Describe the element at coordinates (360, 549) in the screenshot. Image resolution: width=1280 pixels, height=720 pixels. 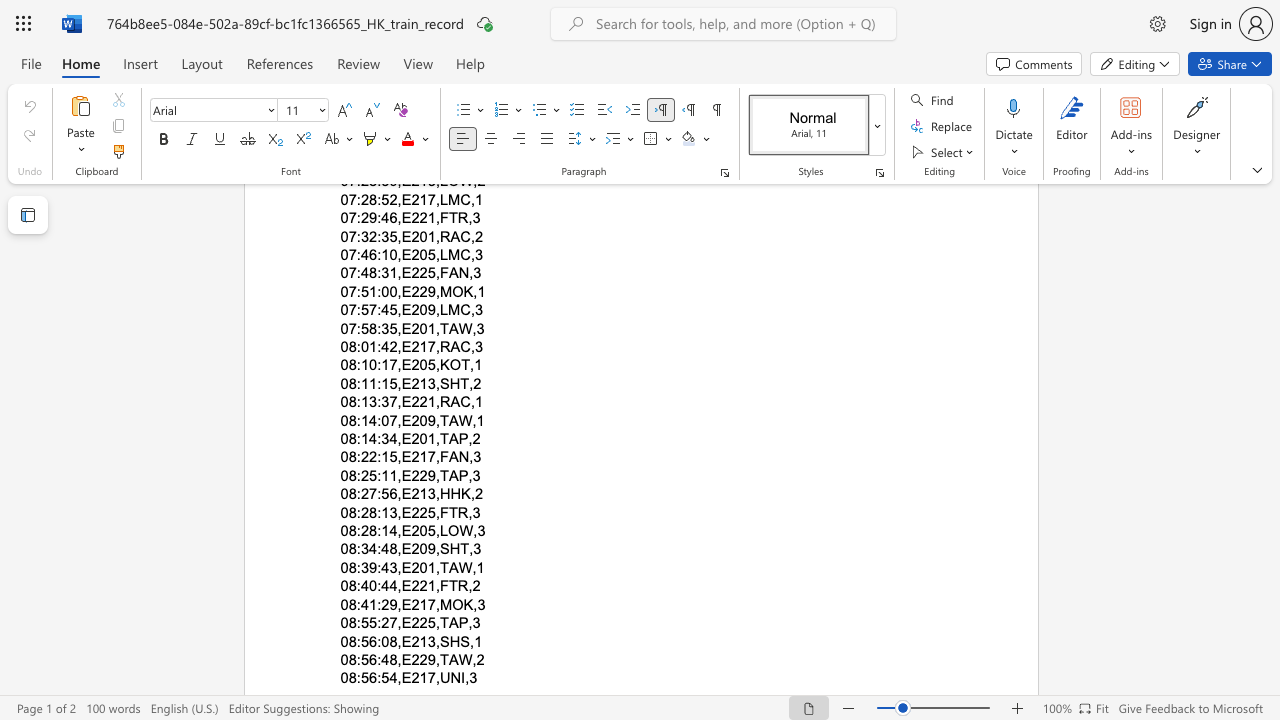
I see `the subset text "34:48," within the text "08:34:48,E209,SHT,3"` at that location.